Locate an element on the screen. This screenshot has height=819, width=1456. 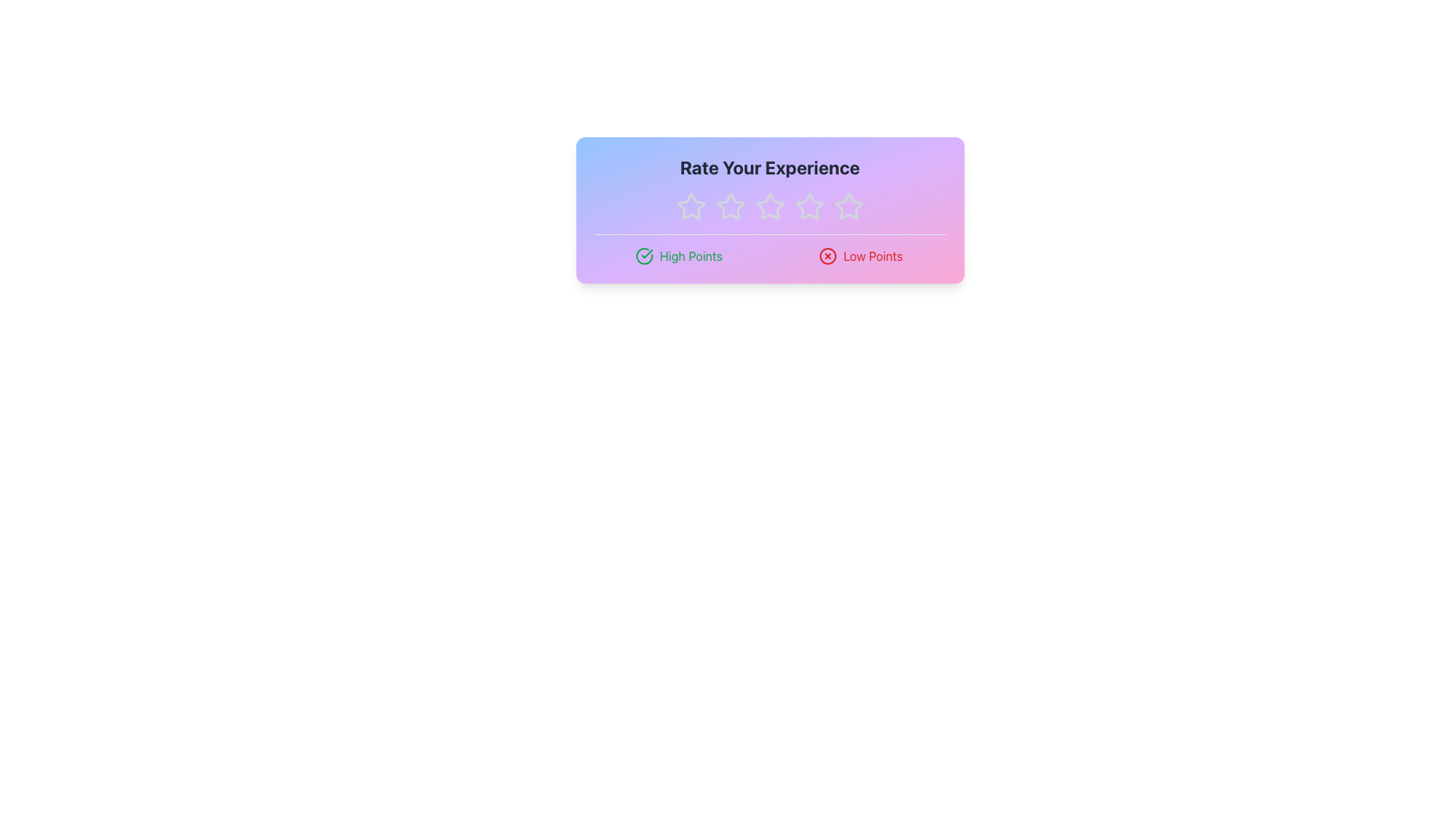
the fourth star in the rating system is located at coordinates (848, 206).